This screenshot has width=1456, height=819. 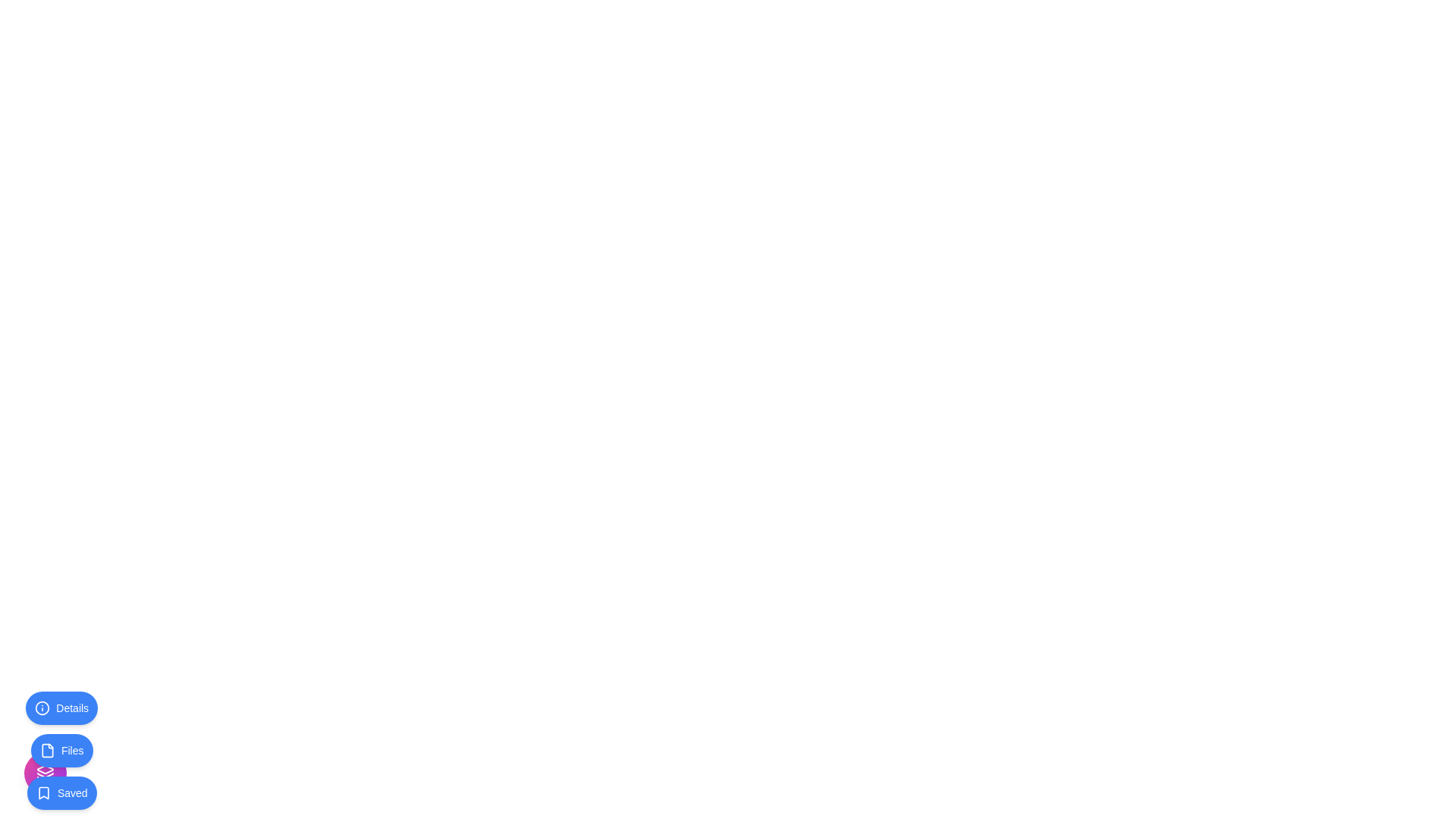 What do you see at coordinates (45, 775) in the screenshot?
I see `the circular button surrounding the middle segment of the layered structure icon` at bounding box center [45, 775].